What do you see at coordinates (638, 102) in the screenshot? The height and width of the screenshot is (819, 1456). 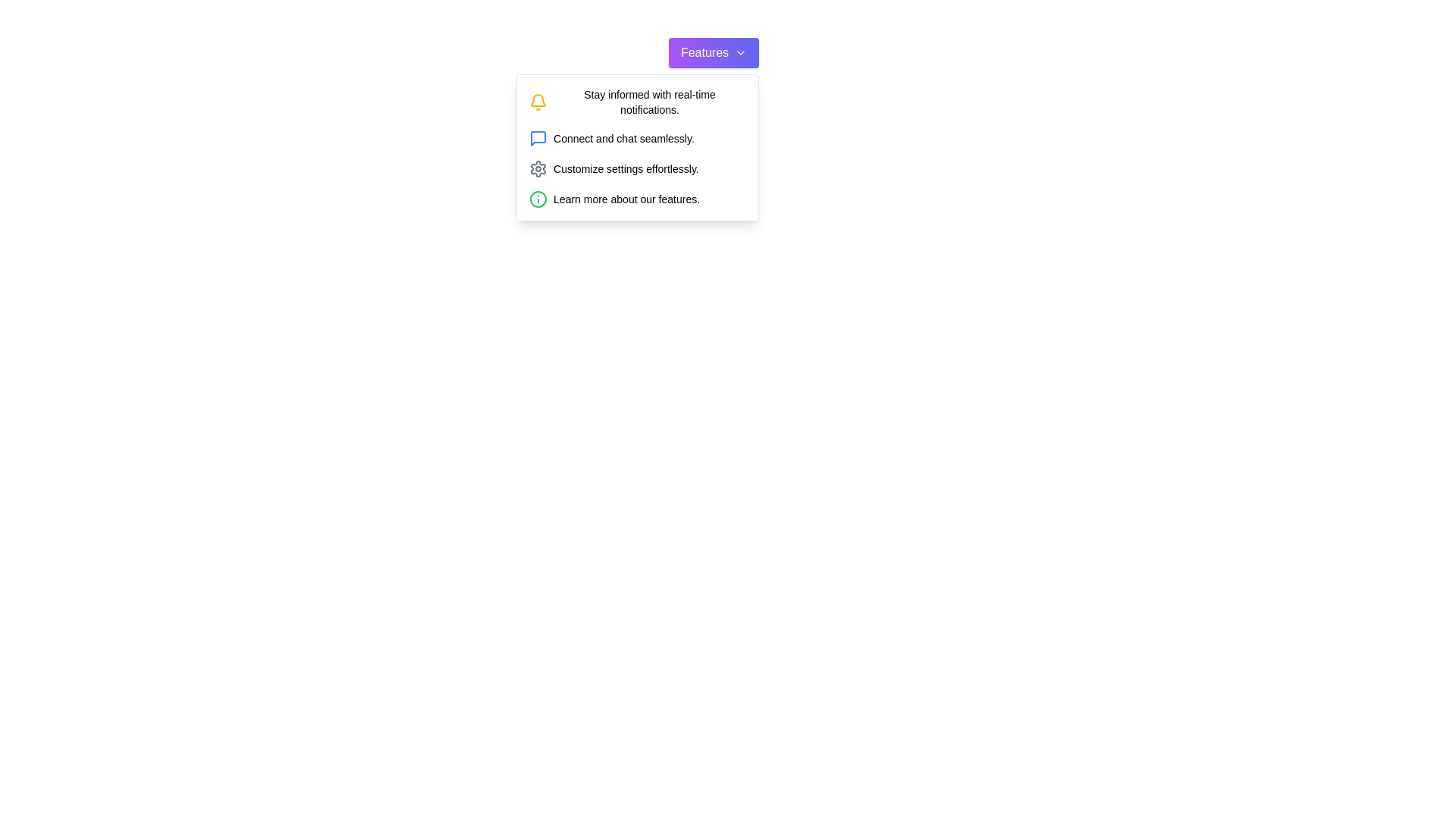 I see `the yellow bell icon next to the text phrase 'Stay informed with real-time notifications.' in the dropdown menu` at bounding box center [638, 102].